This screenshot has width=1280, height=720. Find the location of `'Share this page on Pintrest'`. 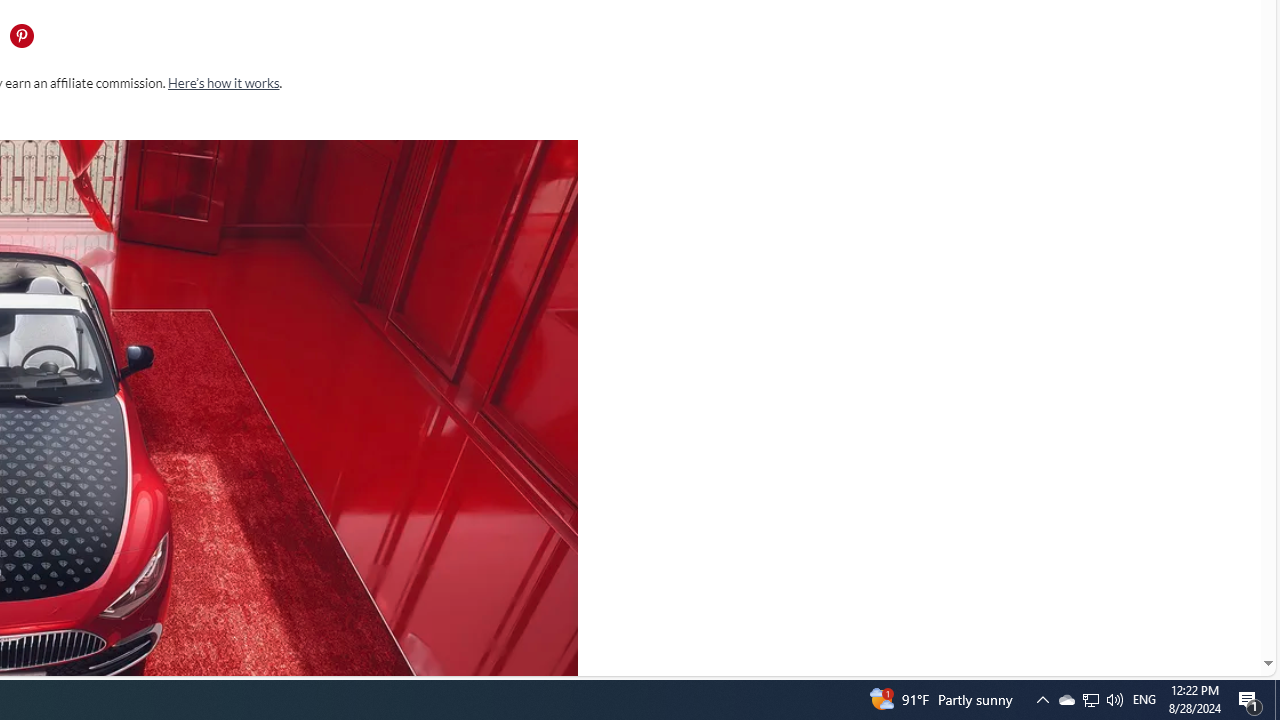

'Share this page on Pintrest' is located at coordinates (21, 36).